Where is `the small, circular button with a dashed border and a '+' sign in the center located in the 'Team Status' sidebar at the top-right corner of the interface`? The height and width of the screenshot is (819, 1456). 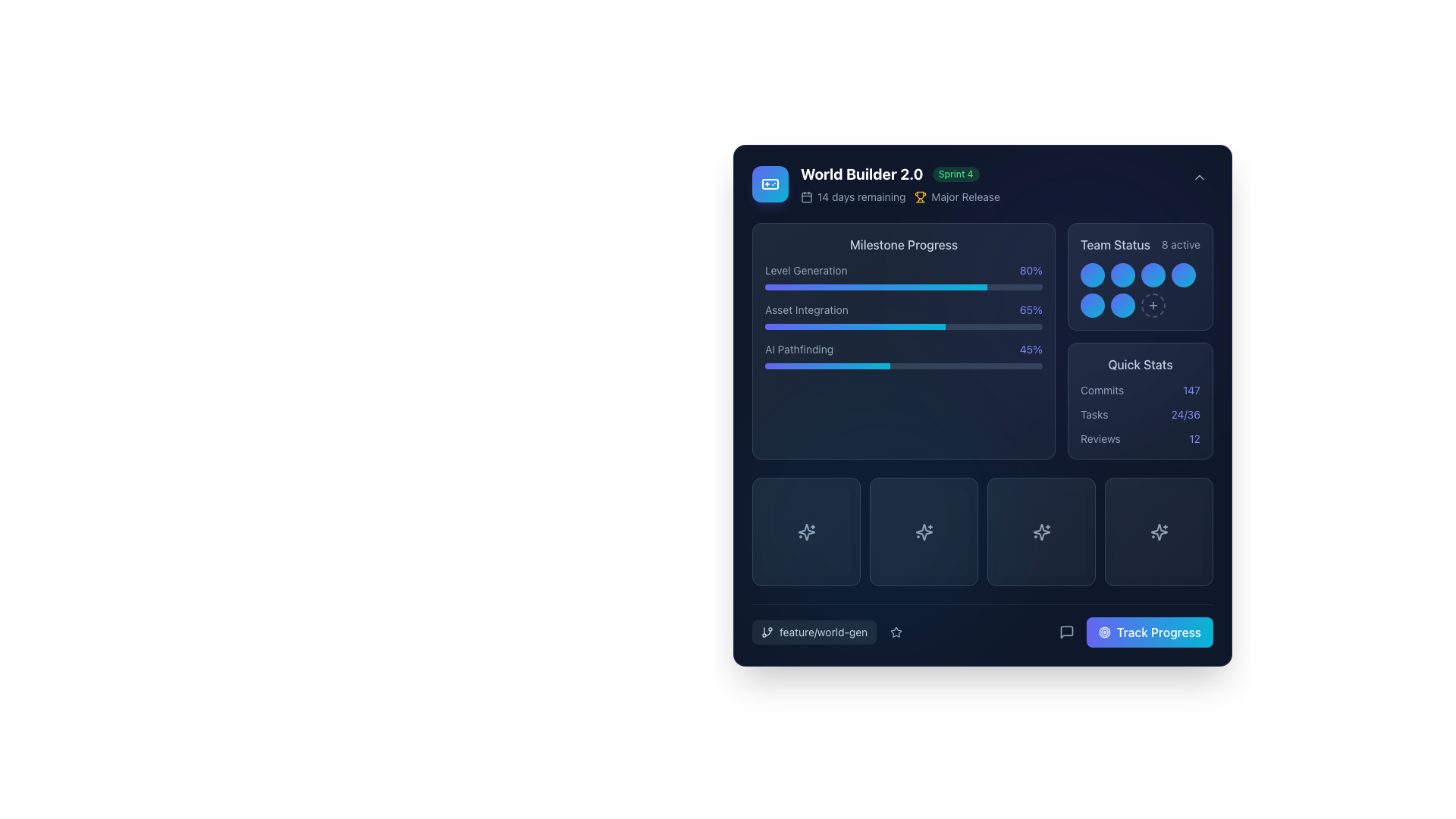
the small, circular button with a dashed border and a '+' sign in the center located in the 'Team Status' sidebar at the top-right corner of the interface is located at coordinates (1153, 305).